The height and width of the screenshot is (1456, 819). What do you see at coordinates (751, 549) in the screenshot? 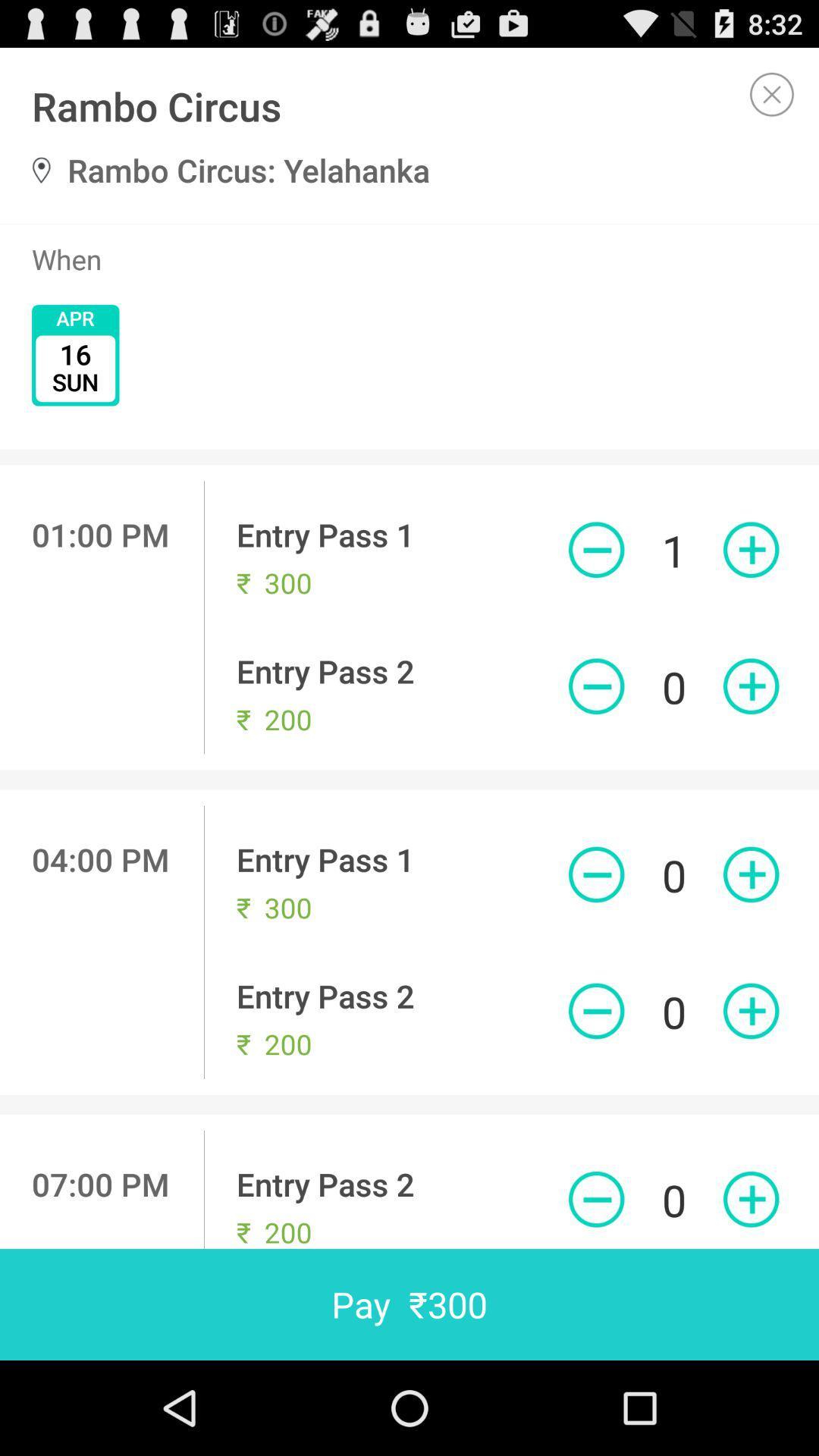
I see `entry pass` at bounding box center [751, 549].